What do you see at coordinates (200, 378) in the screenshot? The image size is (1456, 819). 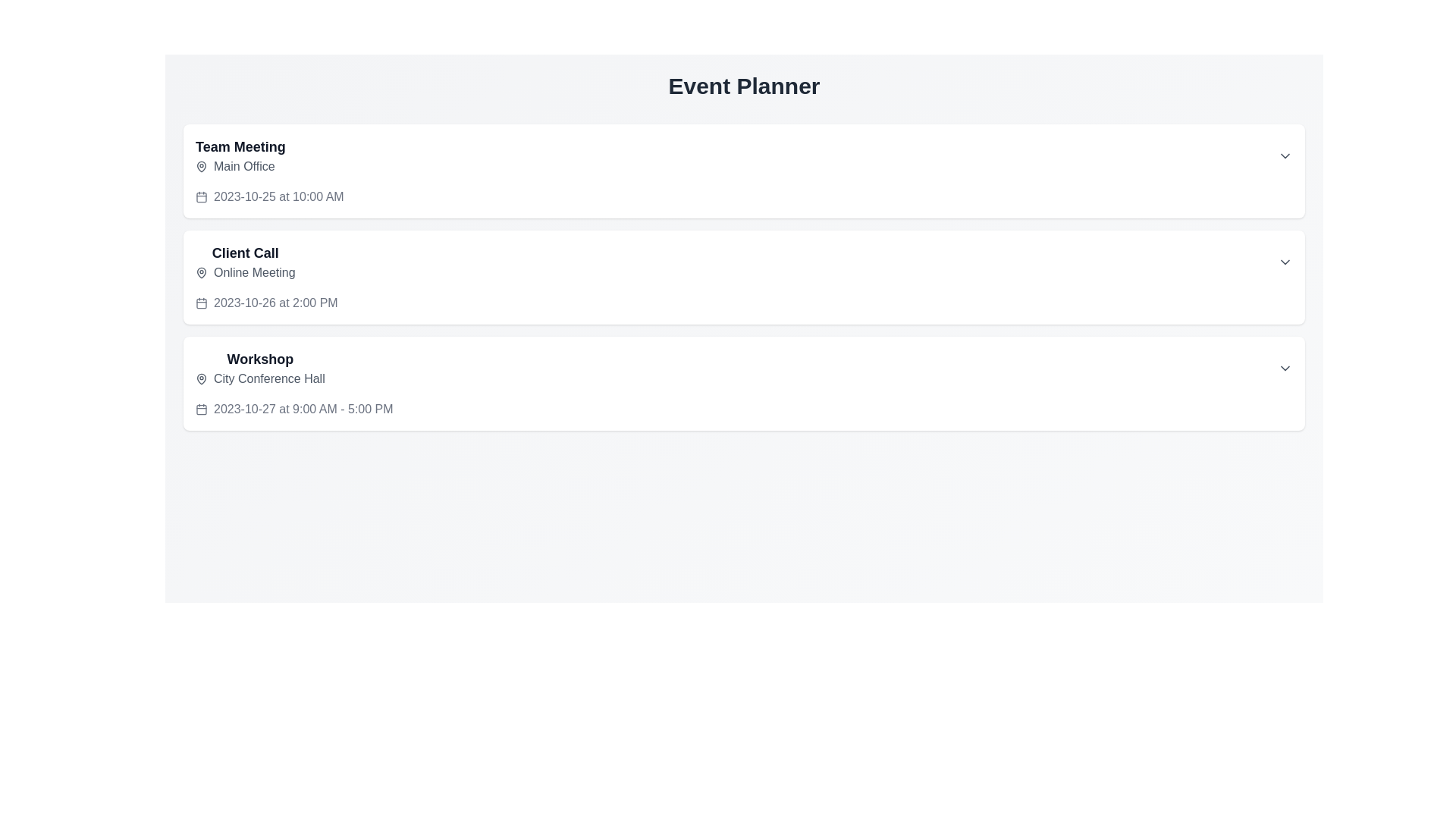 I see `the pin icon with a black outline that represents the location for the 'City Conference Hall' event, which is positioned to the left of the event text within the 'Workshop' card` at bounding box center [200, 378].